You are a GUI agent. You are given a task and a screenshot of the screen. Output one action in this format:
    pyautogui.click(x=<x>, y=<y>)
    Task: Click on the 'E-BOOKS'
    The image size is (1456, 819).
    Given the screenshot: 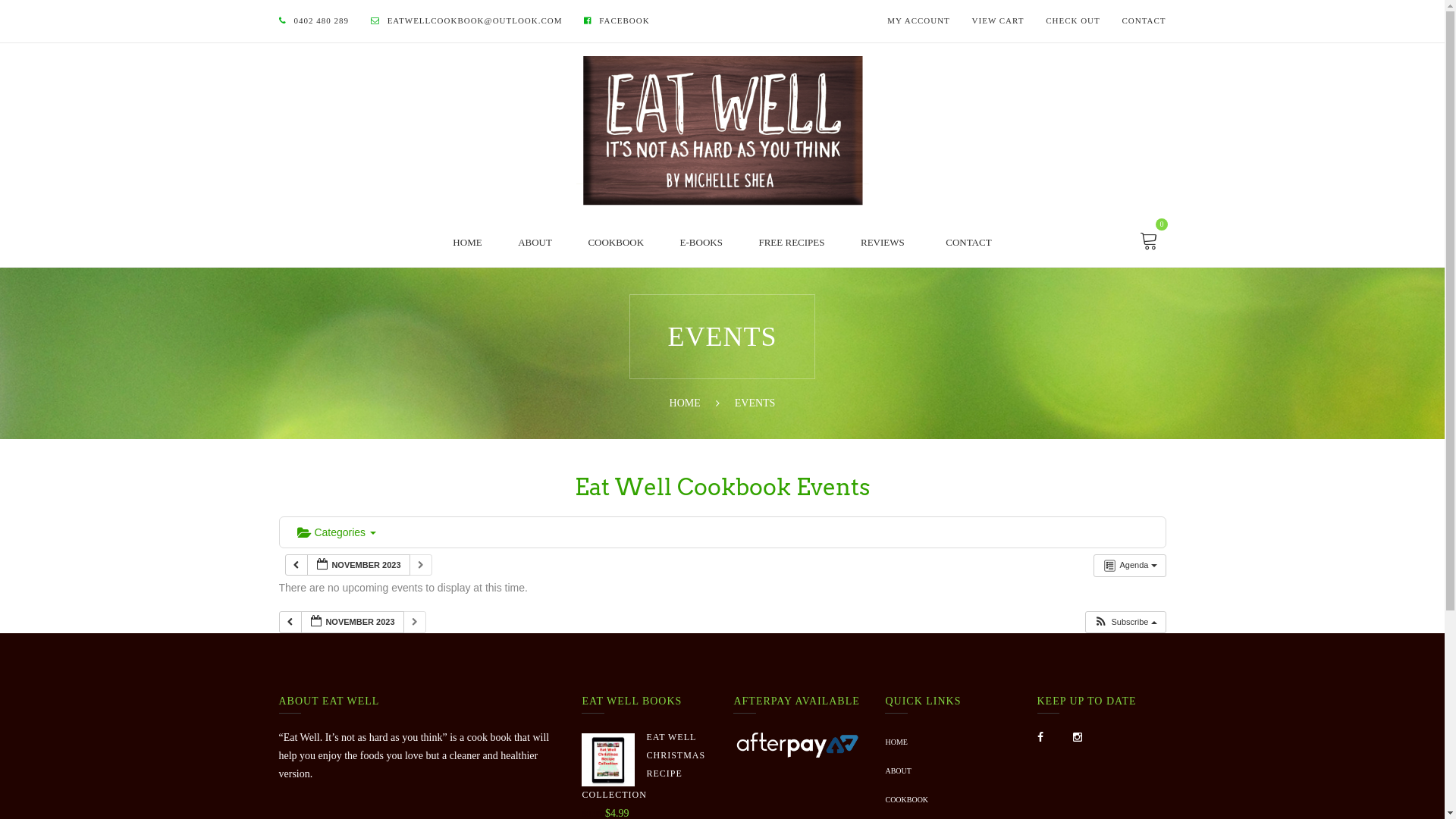 What is the action you would take?
    pyautogui.click(x=663, y=242)
    